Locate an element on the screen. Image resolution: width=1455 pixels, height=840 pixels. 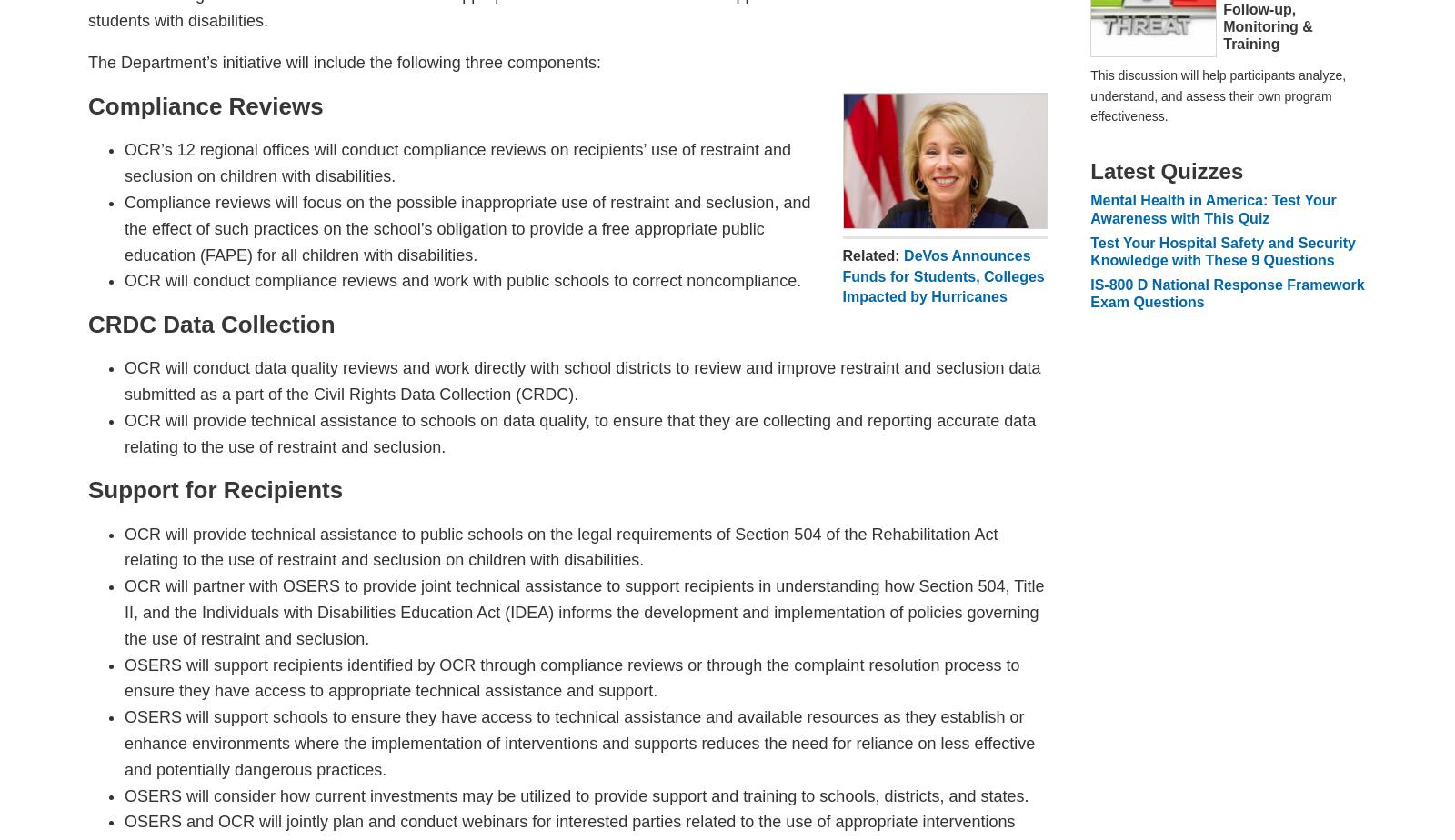
'OCR will partner with OSERS to provide joint technical assistance to support recipients in understanding how Section 504, Title II, and the Individuals with Disabilities Education Act (IDEA) informs the development and implementation of policies governing the use of restraint and seclusion.' is located at coordinates (123, 612).